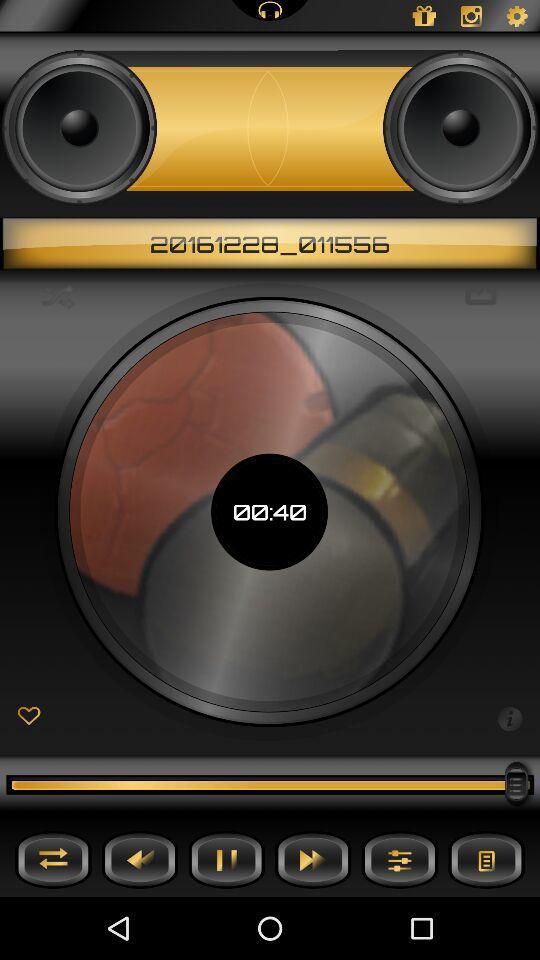 This screenshot has width=540, height=960. Describe the element at coordinates (58, 295) in the screenshot. I see `the icon next to the 00:40 icon` at that location.